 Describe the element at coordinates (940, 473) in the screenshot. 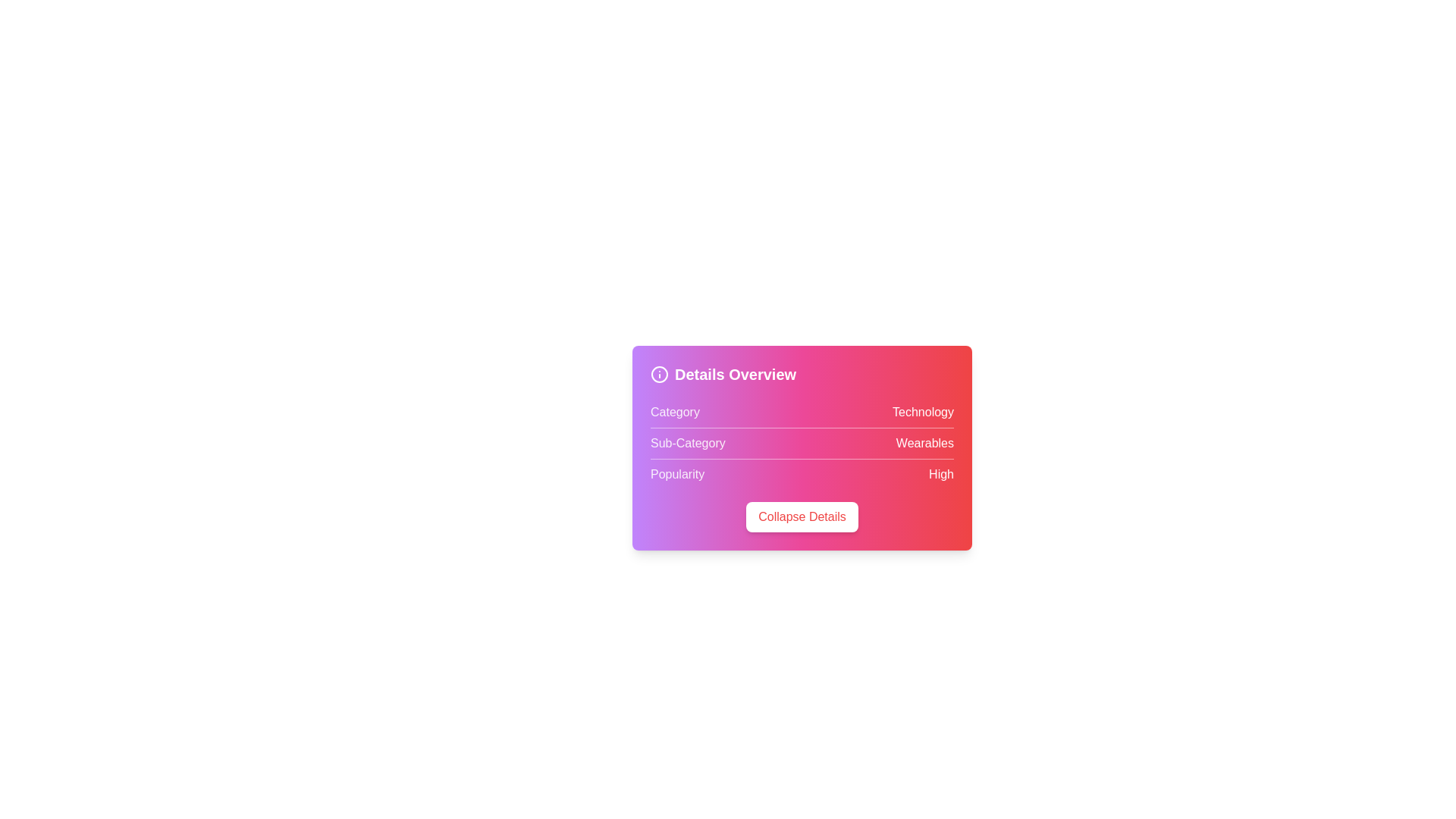

I see `text of the 'High' label, which is a bold, white font on a red background located at the far right of the row in the card-style interface` at that location.